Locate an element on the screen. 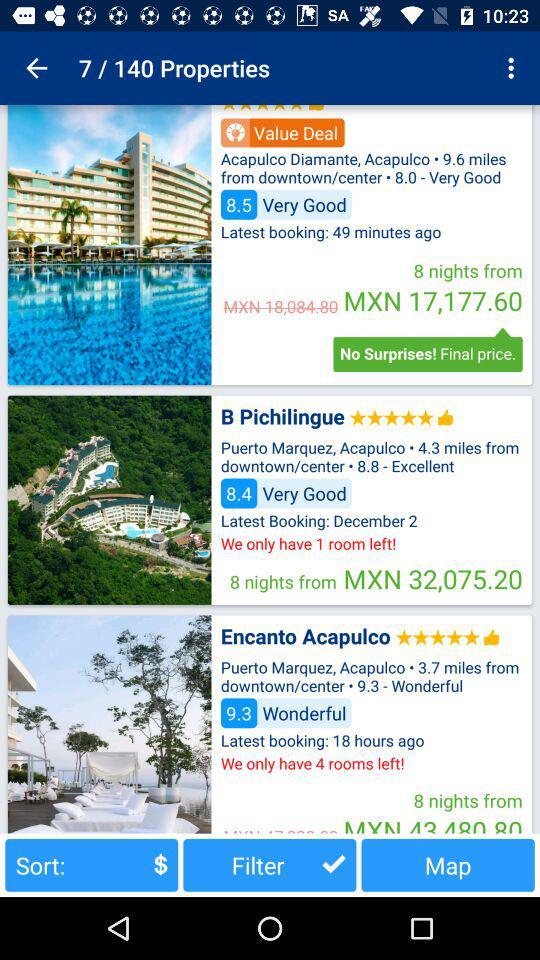  profile picture is located at coordinates (109, 499).